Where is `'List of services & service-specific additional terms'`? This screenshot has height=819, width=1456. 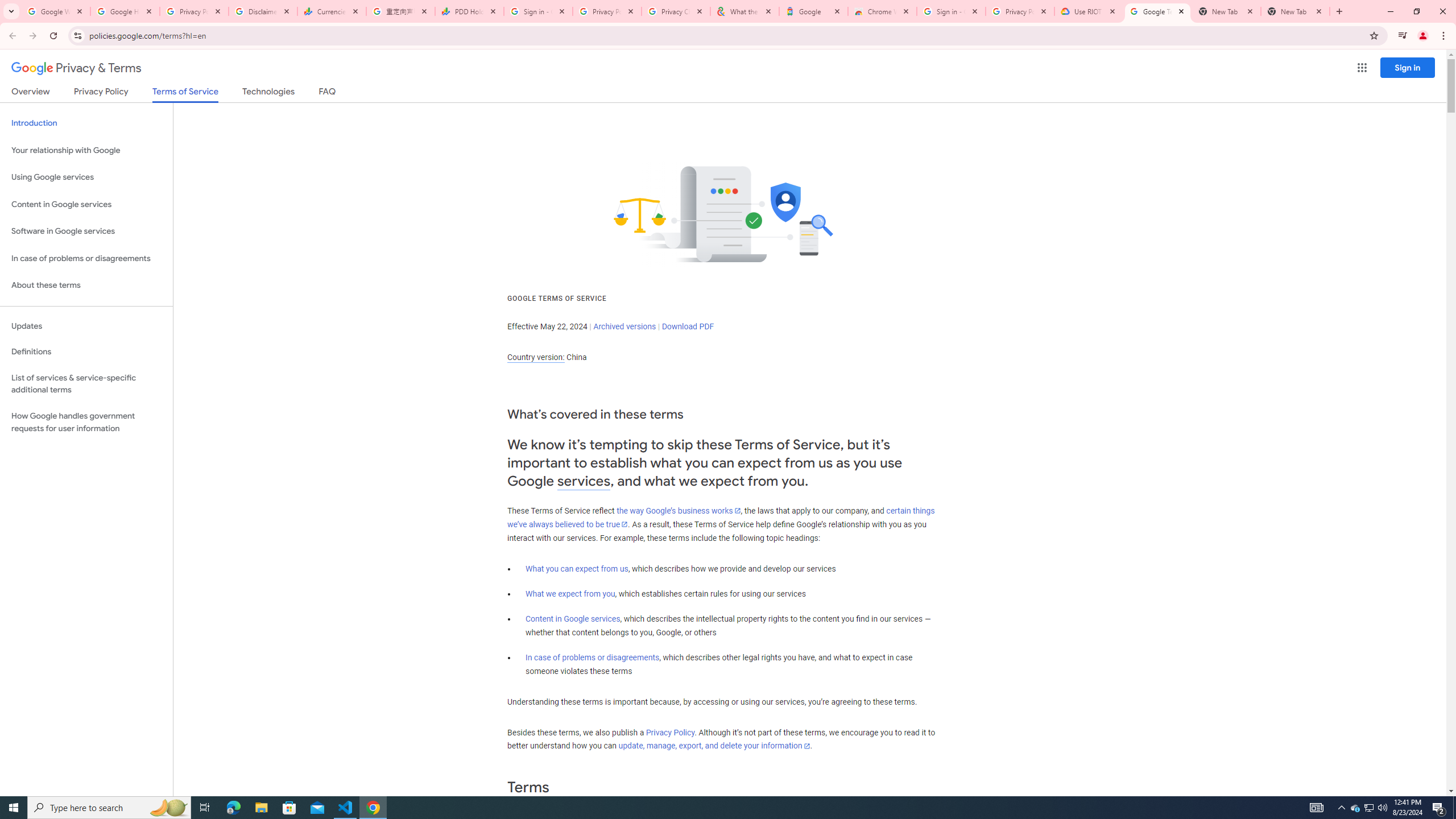 'List of services & service-specific additional terms' is located at coordinates (86, 383).